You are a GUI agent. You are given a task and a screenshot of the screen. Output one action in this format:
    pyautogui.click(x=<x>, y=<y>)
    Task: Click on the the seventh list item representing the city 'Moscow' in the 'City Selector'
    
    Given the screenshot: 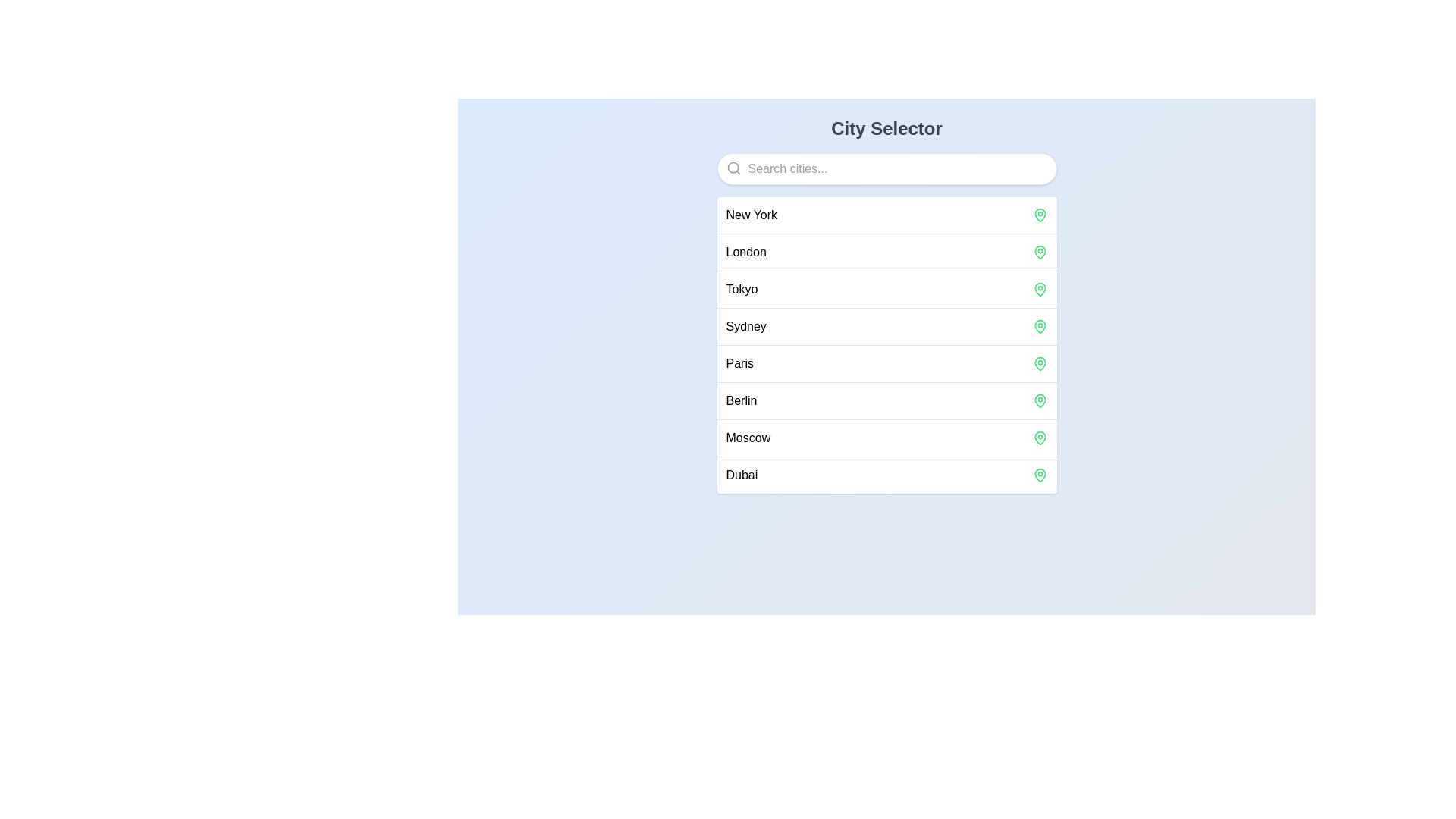 What is the action you would take?
    pyautogui.click(x=886, y=438)
    